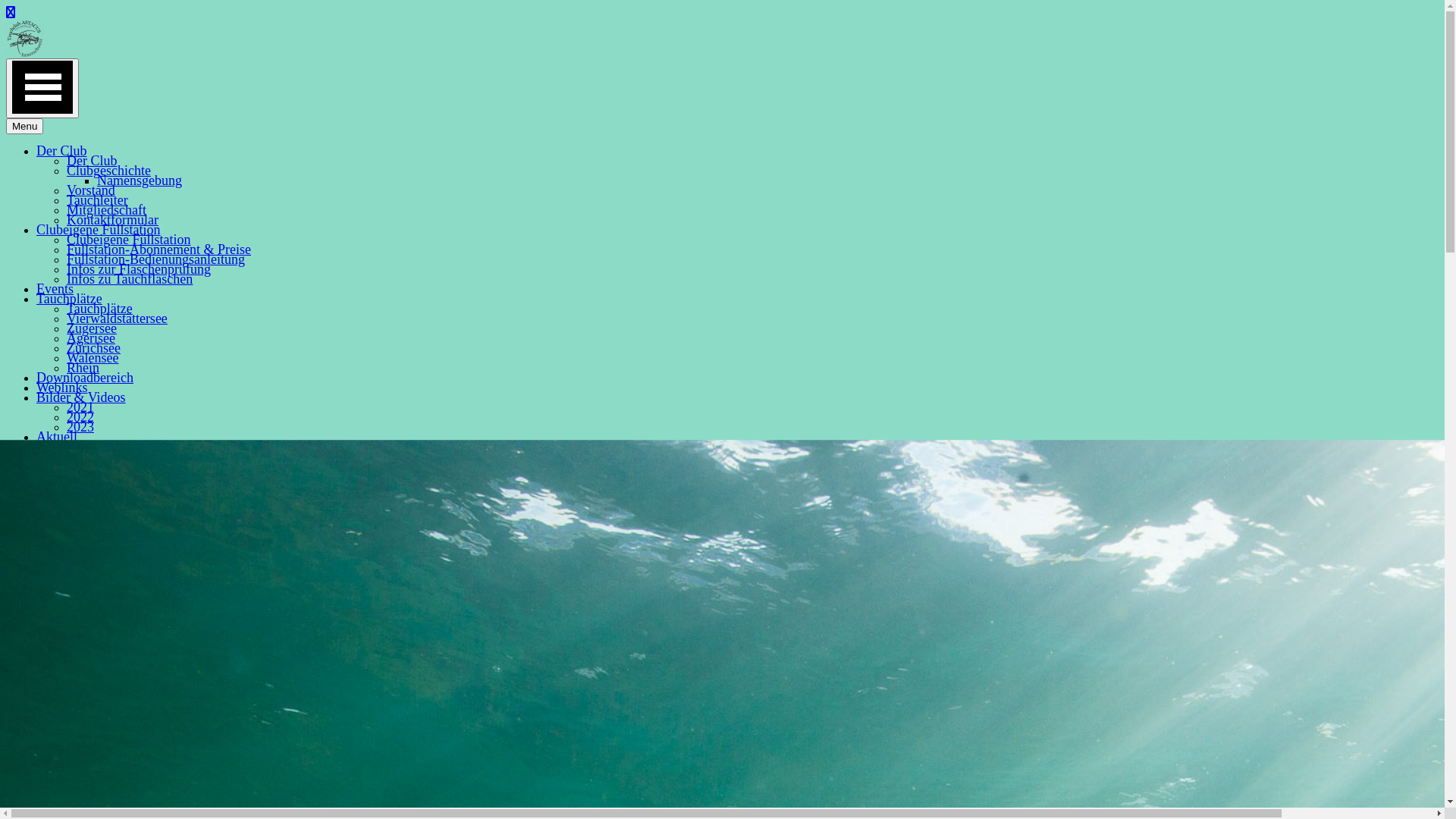 This screenshot has width=1456, height=819. I want to click on 'Der Club', so click(91, 161).